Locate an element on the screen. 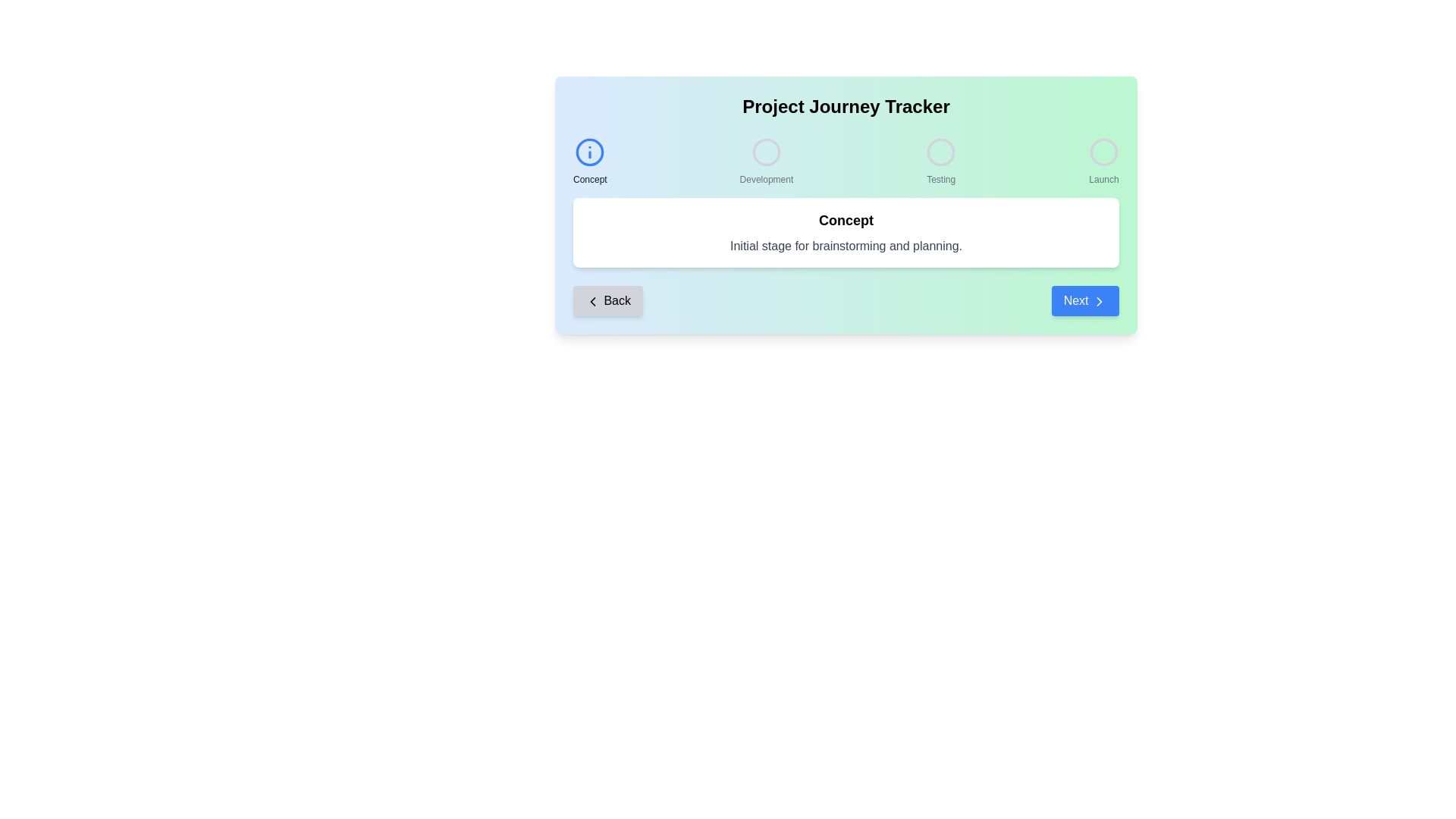 The height and width of the screenshot is (819, 1456). the 'Back' button, which has a grey background, rounded corners, and contains the text 'Back' with a leftward-facing chevron icon, located at the bottom-left corner of the main card component is located at coordinates (607, 301).